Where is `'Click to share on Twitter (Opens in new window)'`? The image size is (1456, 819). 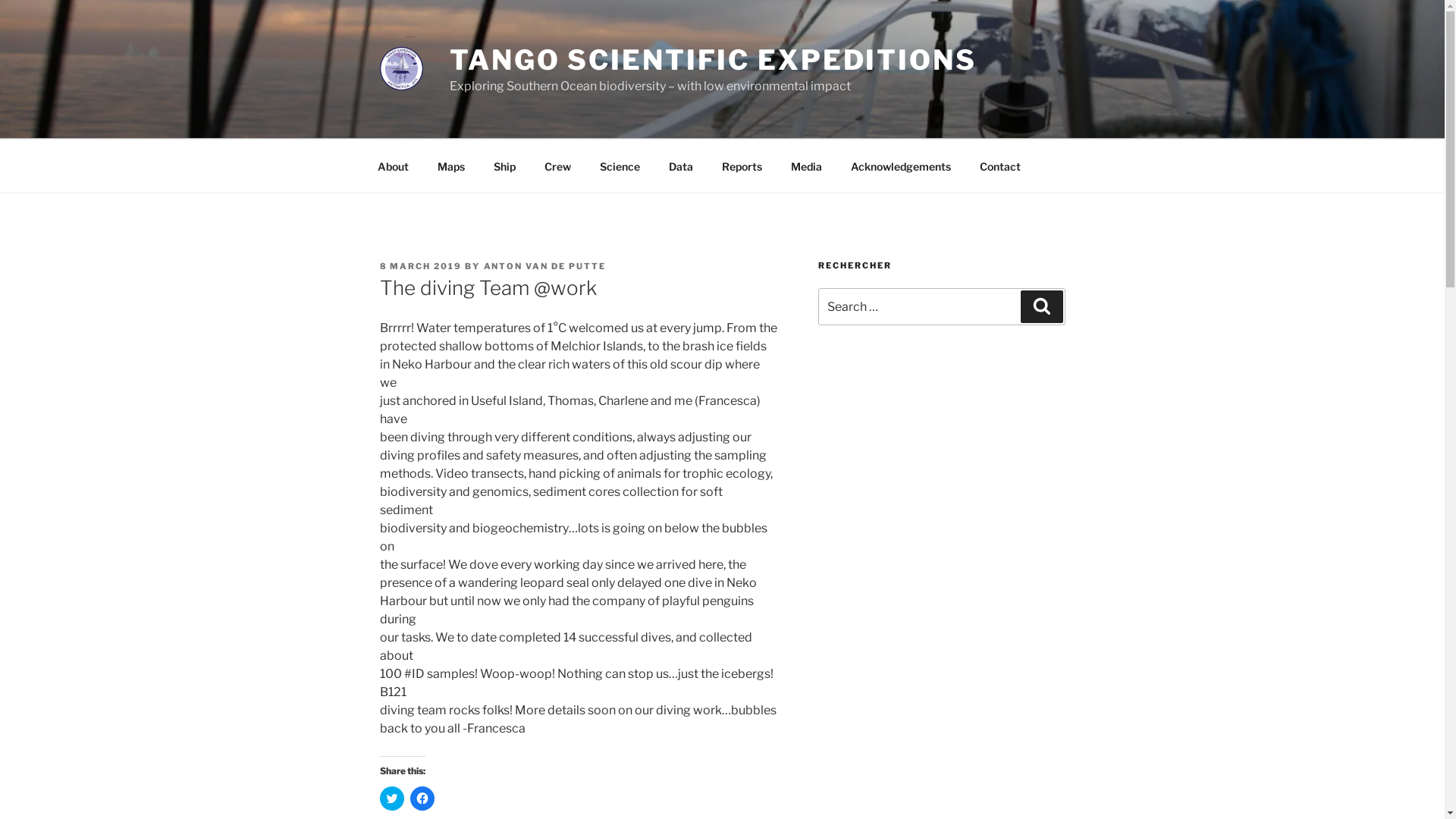 'Click to share on Twitter (Opens in new window)' is located at coordinates (391, 798).